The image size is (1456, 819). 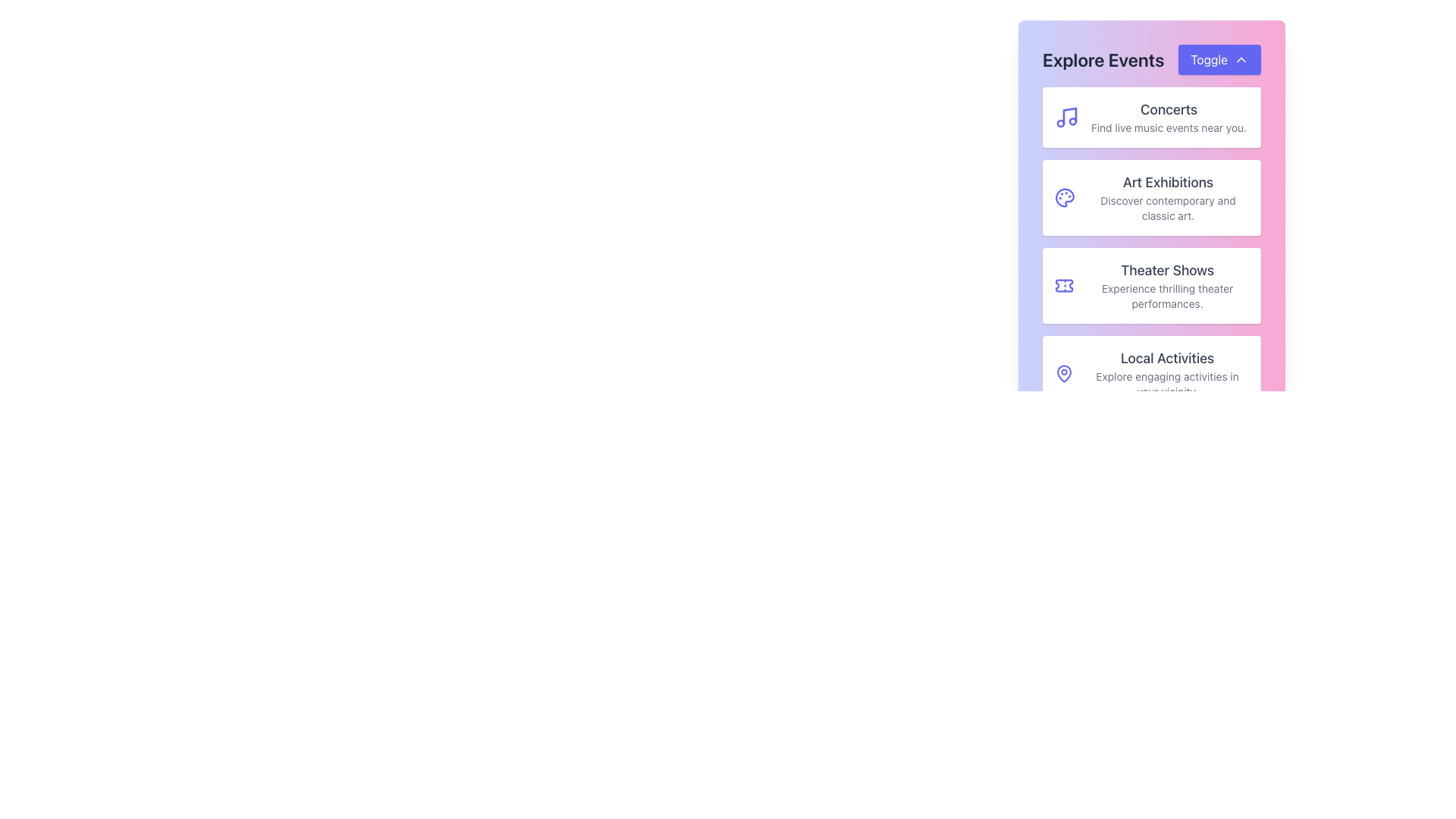 What do you see at coordinates (1063, 286) in the screenshot?
I see `the indigo ticket-like icon located in the third row of the 'Explore Events' panel, which is positioned to the immediate left of the 'Theater Shows' label` at bounding box center [1063, 286].